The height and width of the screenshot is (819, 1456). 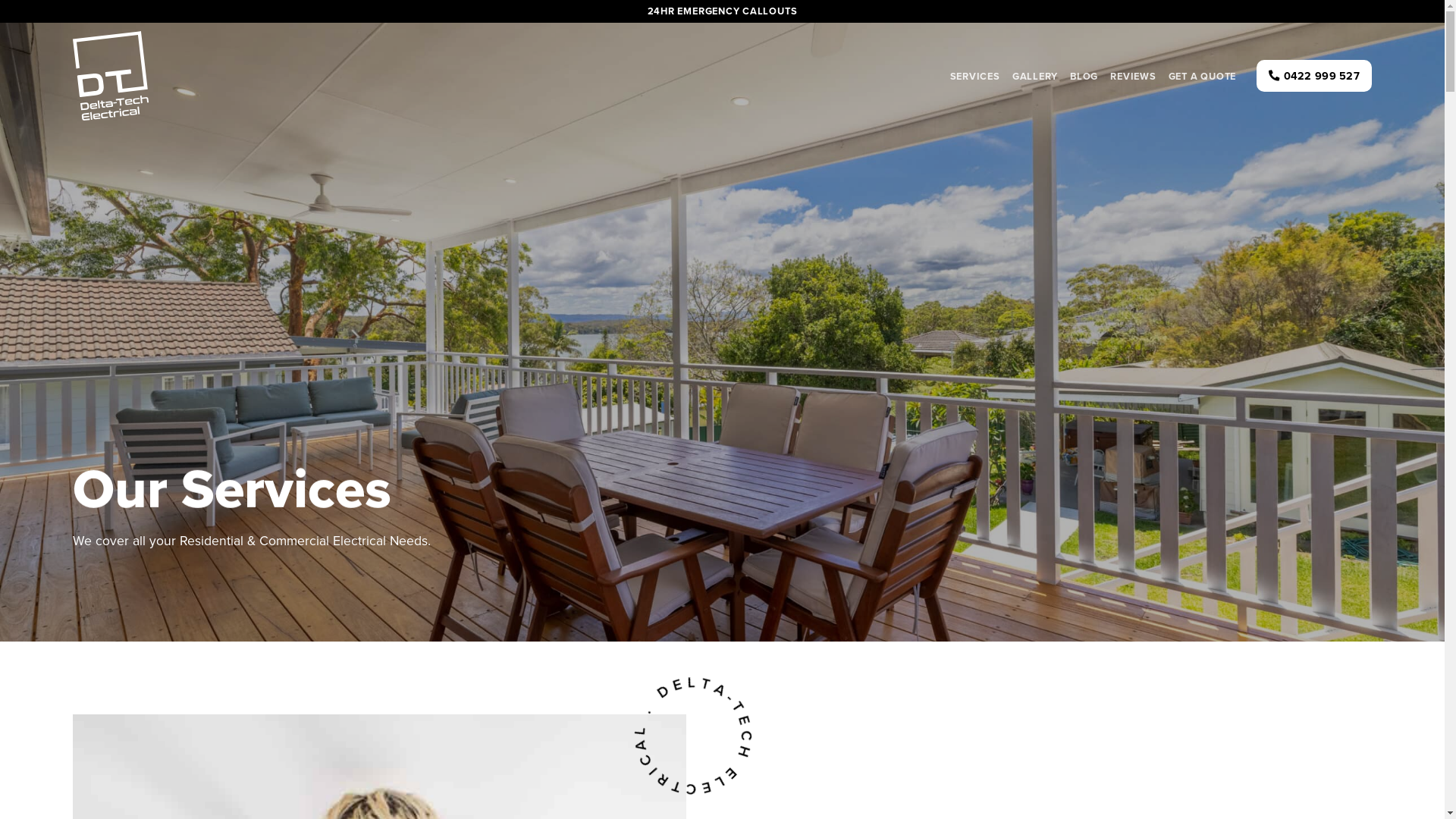 What do you see at coordinates (722, 11) in the screenshot?
I see `'24HR EMERGENCY CALLOUTS'` at bounding box center [722, 11].